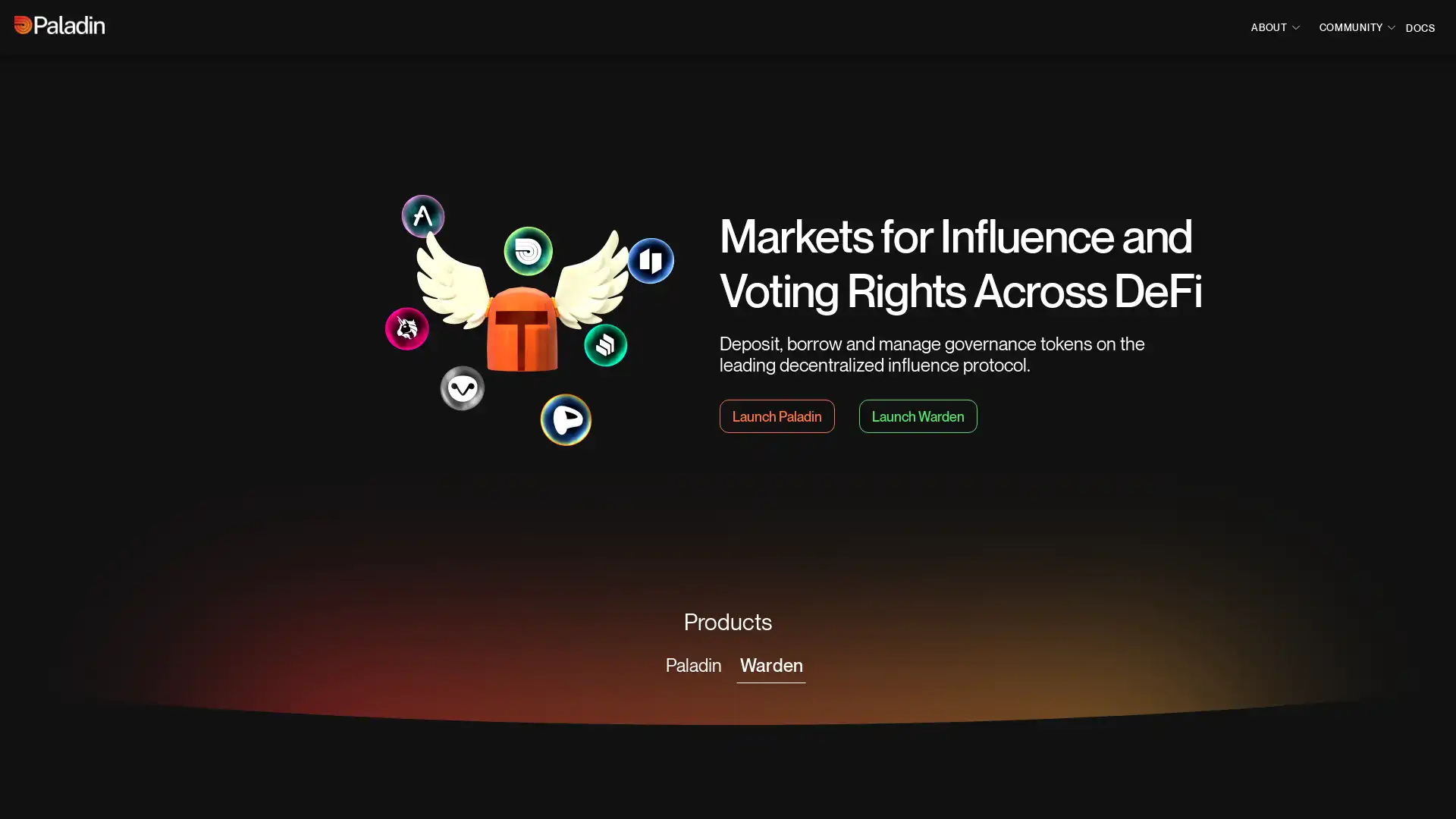  I want to click on Launch Paladin, so click(777, 416).